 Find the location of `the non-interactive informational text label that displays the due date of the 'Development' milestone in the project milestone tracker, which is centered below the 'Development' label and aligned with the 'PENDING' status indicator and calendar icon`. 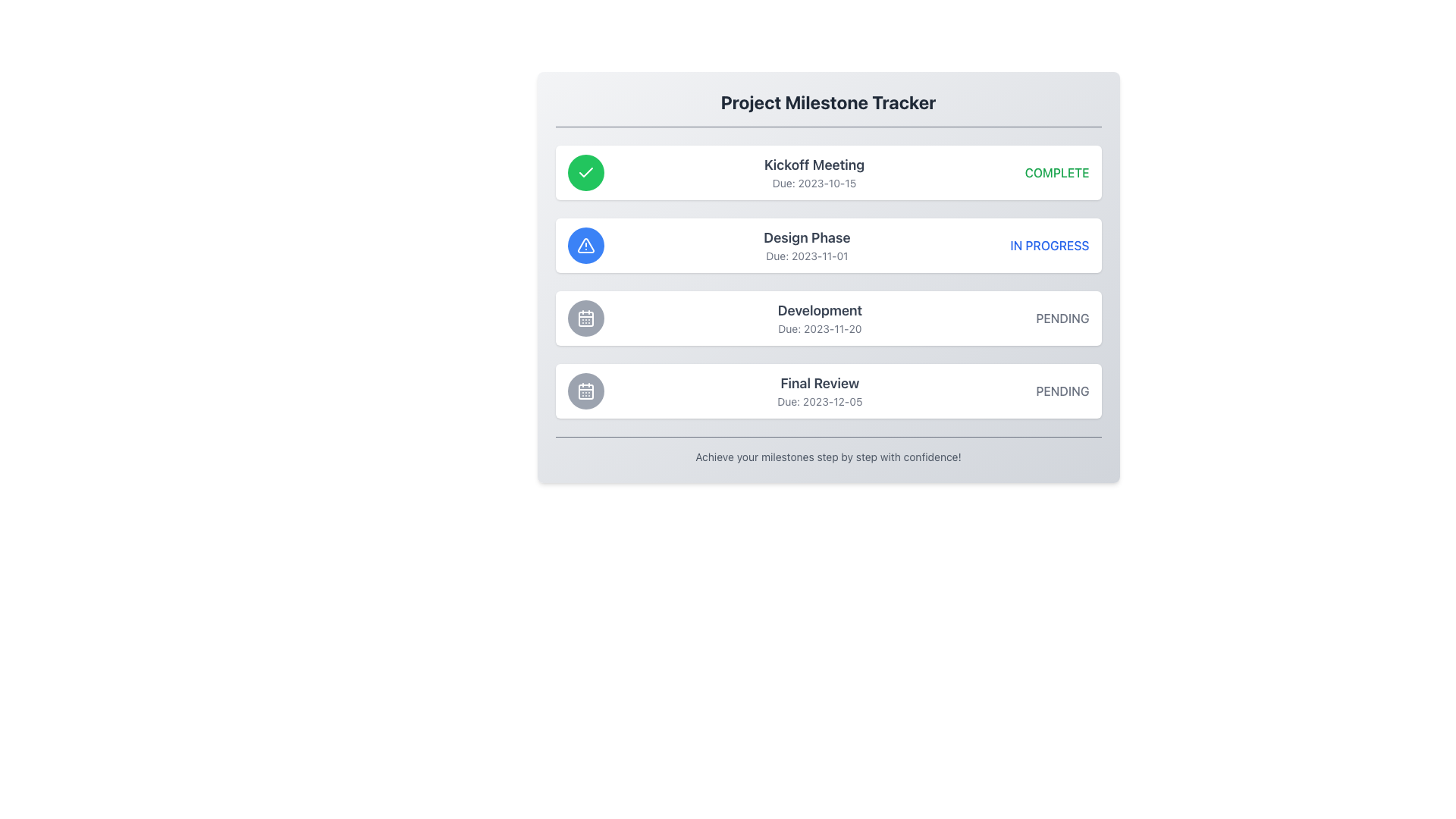

the non-interactive informational text label that displays the due date of the 'Development' milestone in the project milestone tracker, which is centered below the 'Development' label and aligned with the 'PENDING' status indicator and calendar icon is located at coordinates (819, 328).